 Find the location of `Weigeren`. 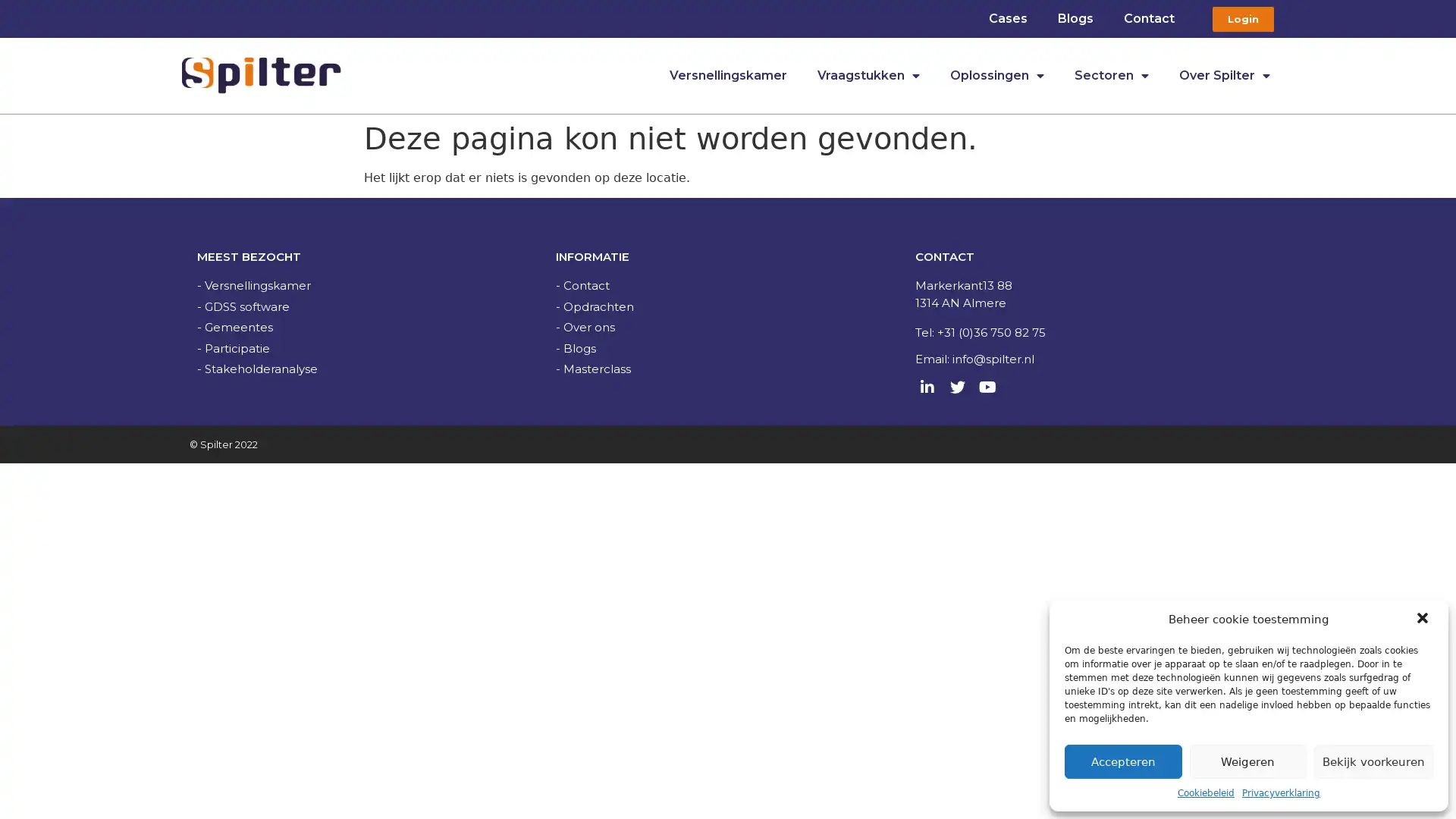

Weigeren is located at coordinates (1247, 761).